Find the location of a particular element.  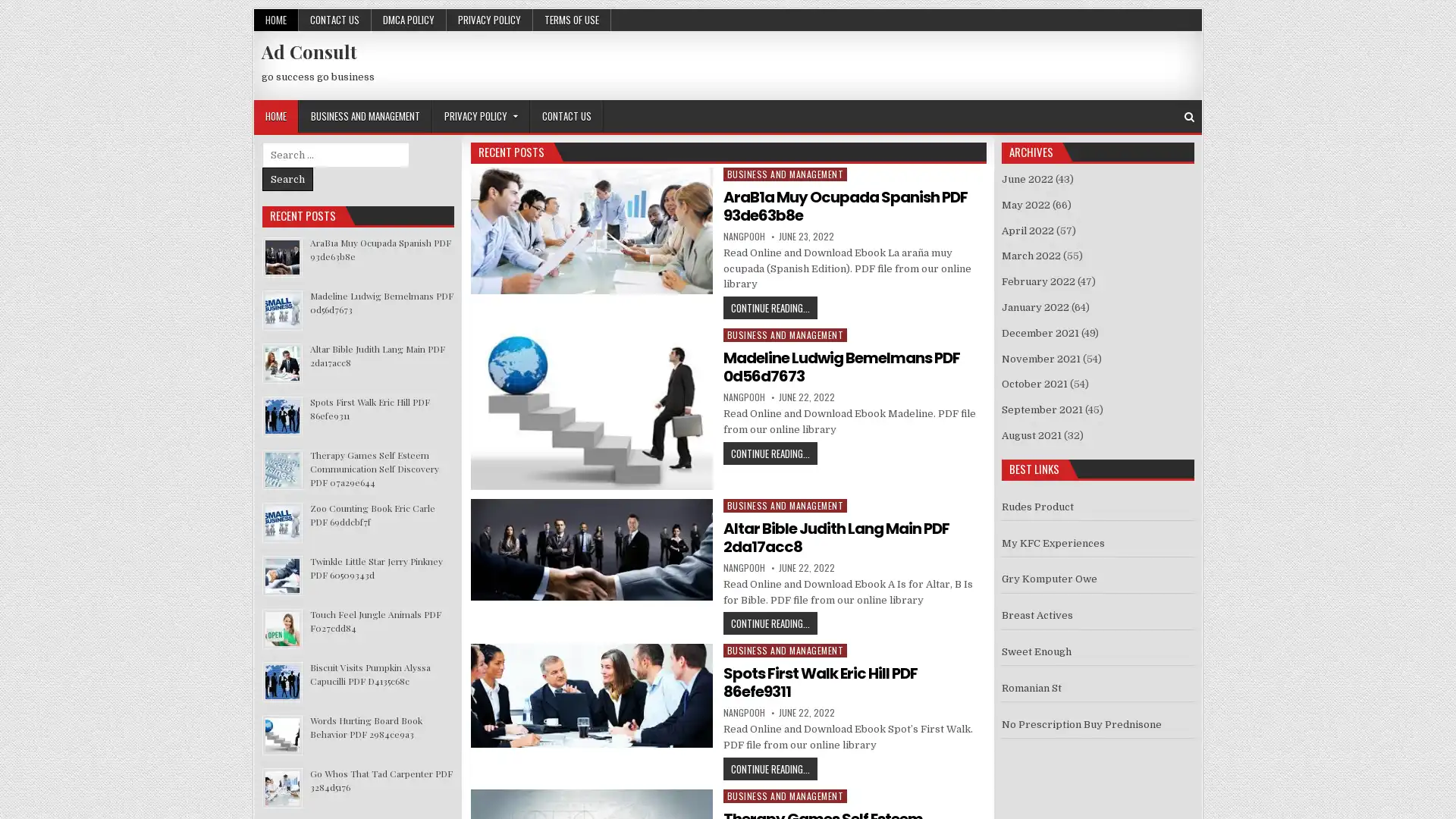

Search is located at coordinates (287, 178).